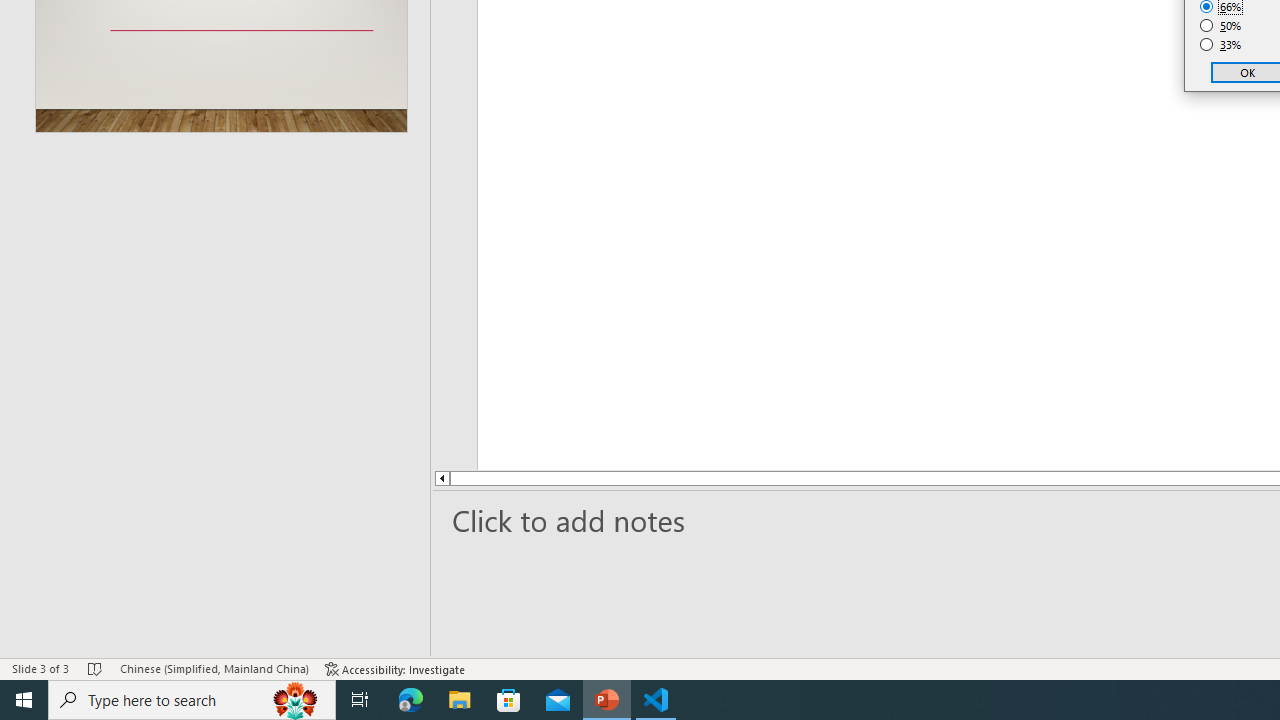 This screenshot has width=1280, height=720. What do you see at coordinates (656, 698) in the screenshot?
I see `'Visual Studio Code - 1 running window'` at bounding box center [656, 698].